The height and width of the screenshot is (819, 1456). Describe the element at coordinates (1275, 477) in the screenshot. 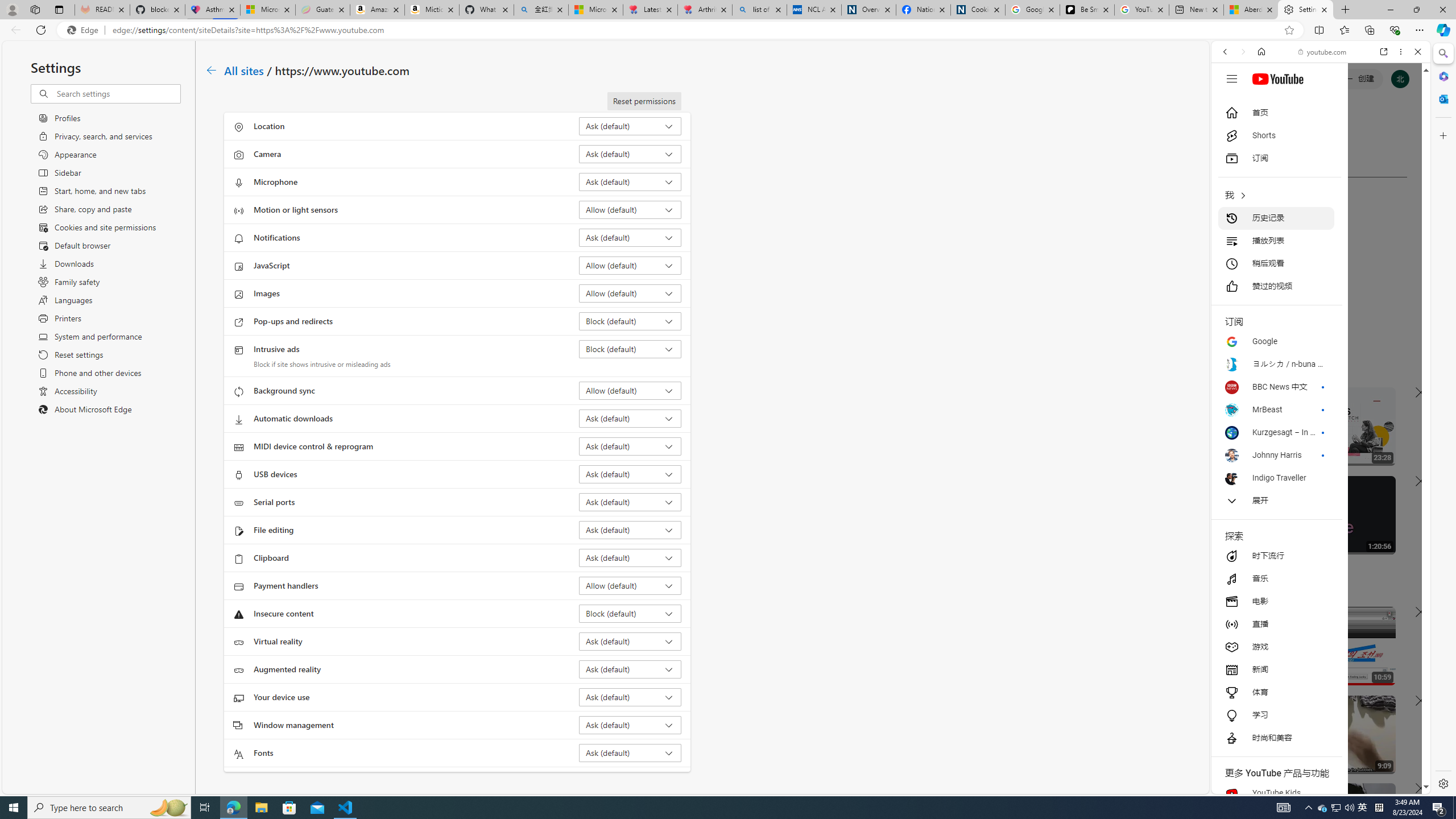

I see `'Indigo Traveller'` at that location.